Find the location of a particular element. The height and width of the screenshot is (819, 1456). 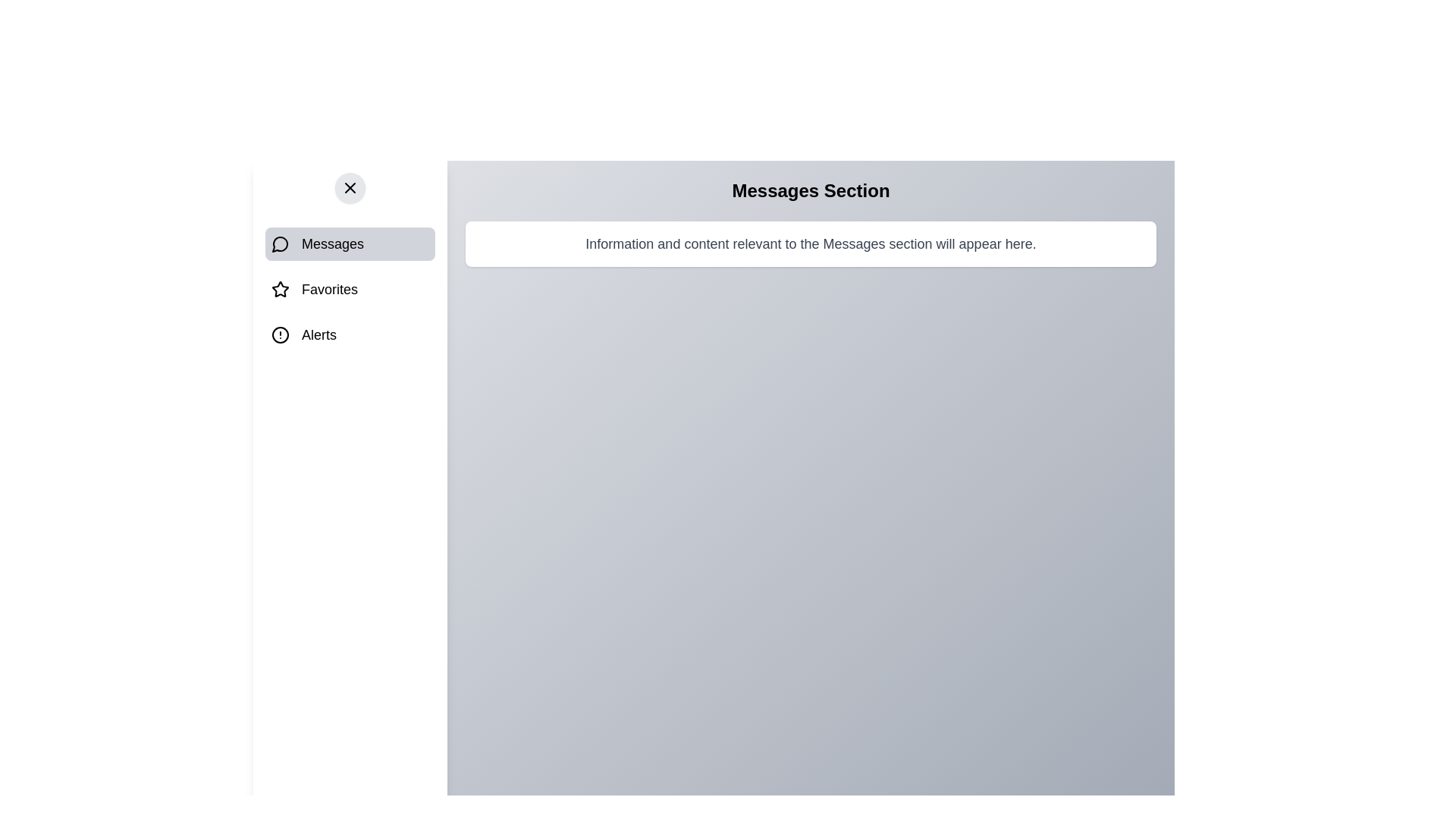

the icon next to the navigation item Favorites is located at coordinates (280, 289).